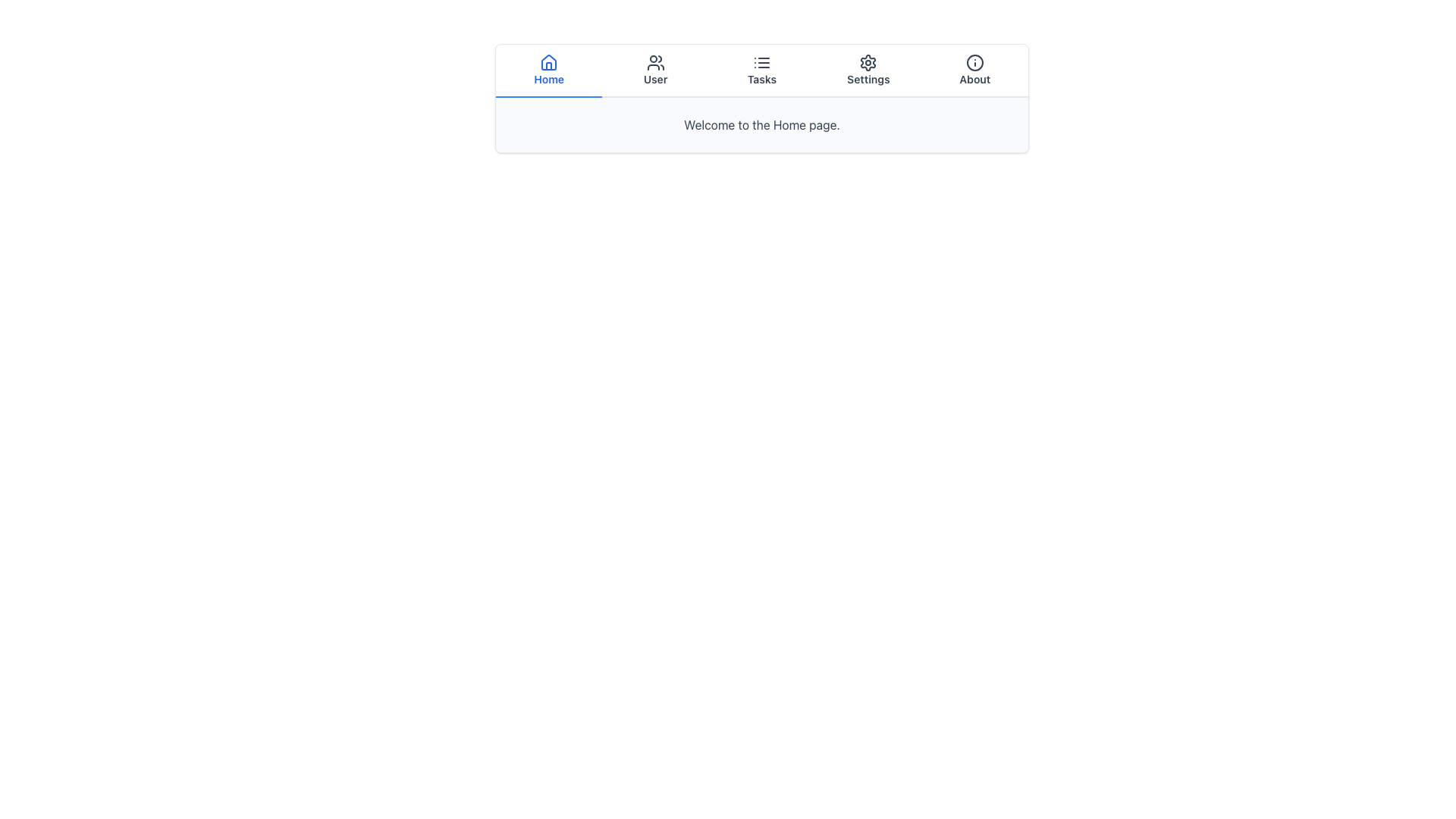  I want to click on the navigation label that marks the current location within the application, located in the center of the navigation bar under the house icon, so click(548, 79).